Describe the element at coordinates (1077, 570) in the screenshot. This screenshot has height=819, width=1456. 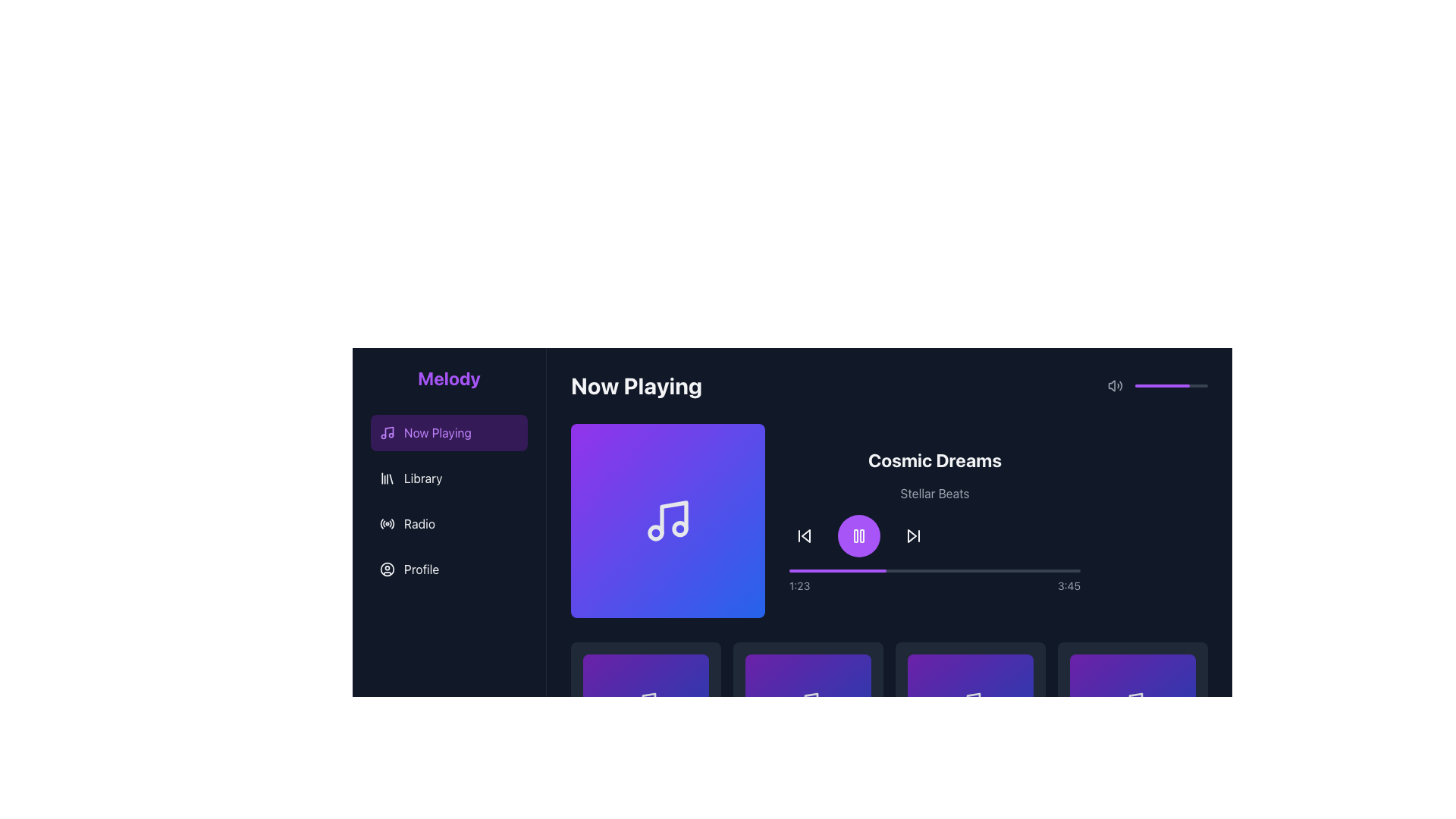
I see `the playback progress` at that location.